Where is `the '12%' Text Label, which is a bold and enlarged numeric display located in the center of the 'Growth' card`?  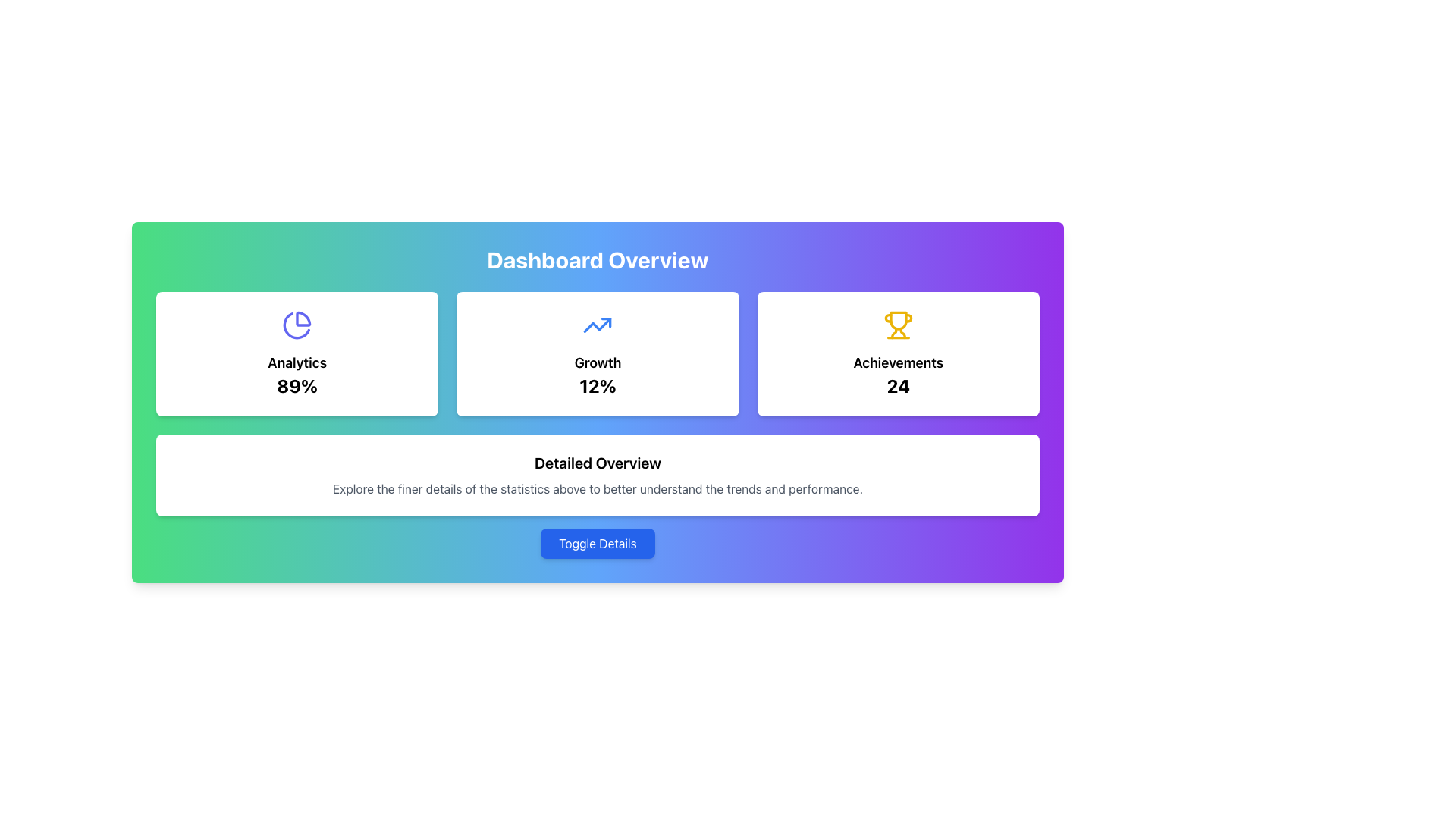
the '12%' Text Label, which is a bold and enlarged numeric display located in the center of the 'Growth' card is located at coordinates (597, 385).